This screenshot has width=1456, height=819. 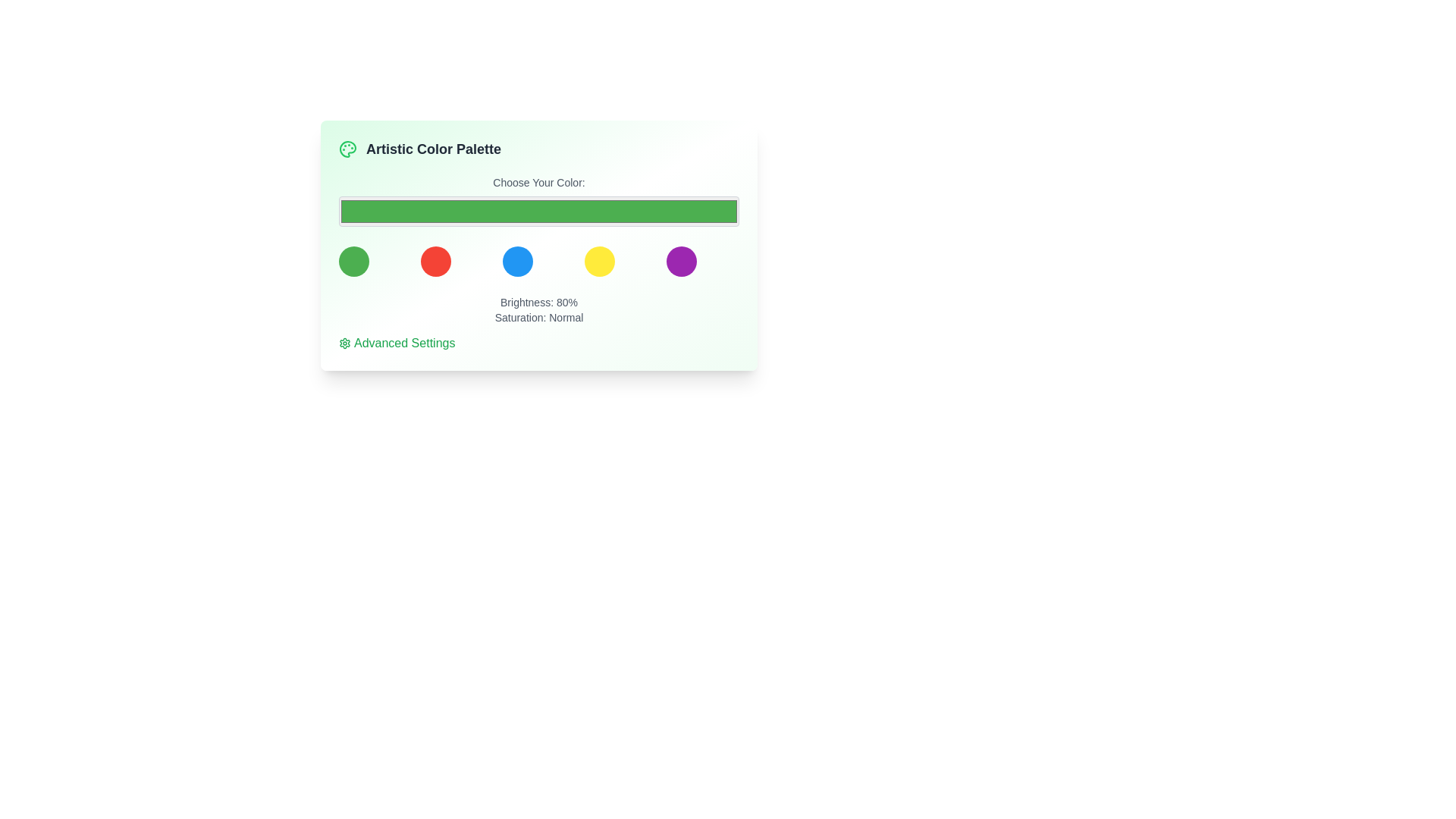 What do you see at coordinates (347, 149) in the screenshot?
I see `the decorative graphical element located at the top-left of the interface, adjacent to the text 'Artistic Color Palette'` at bounding box center [347, 149].